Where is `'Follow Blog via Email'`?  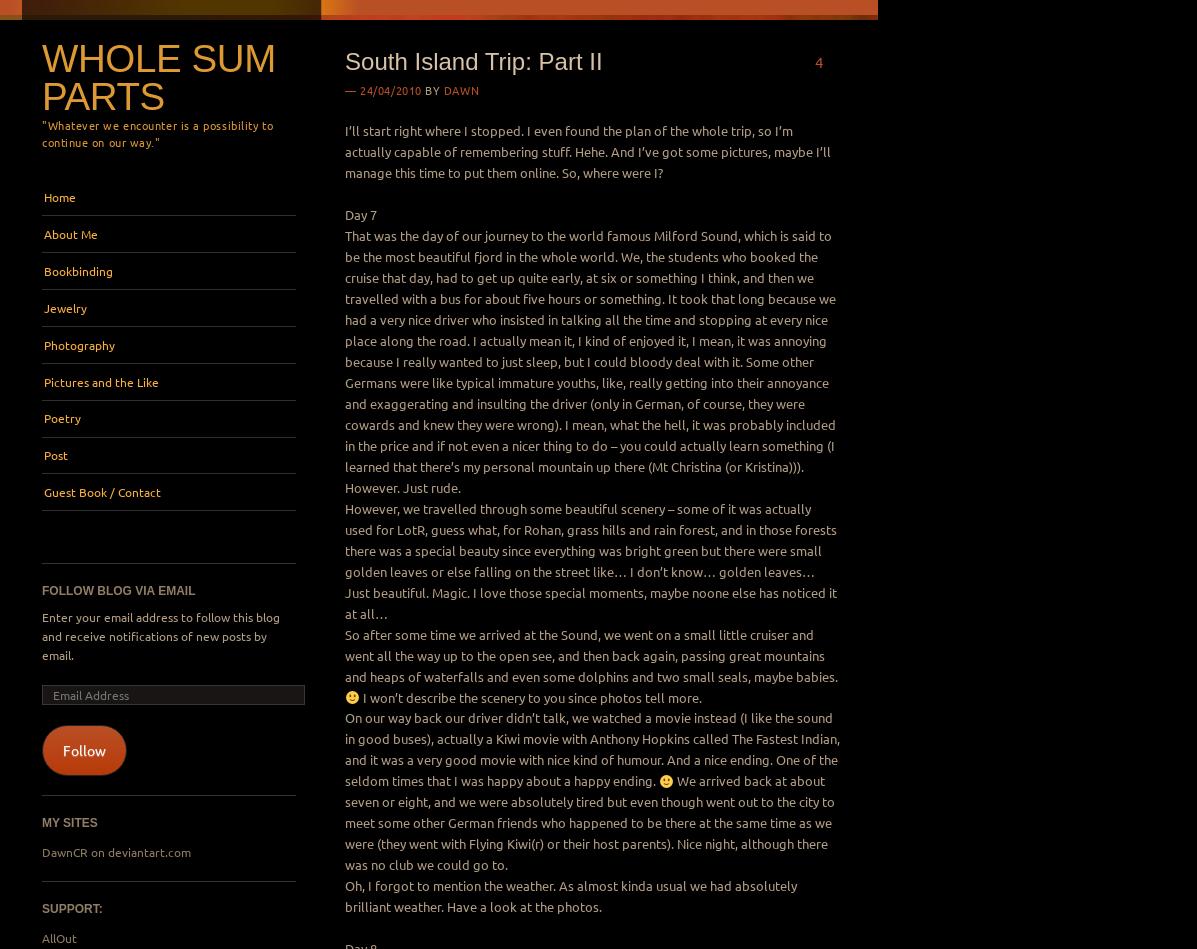 'Follow Blog via Email' is located at coordinates (117, 590).